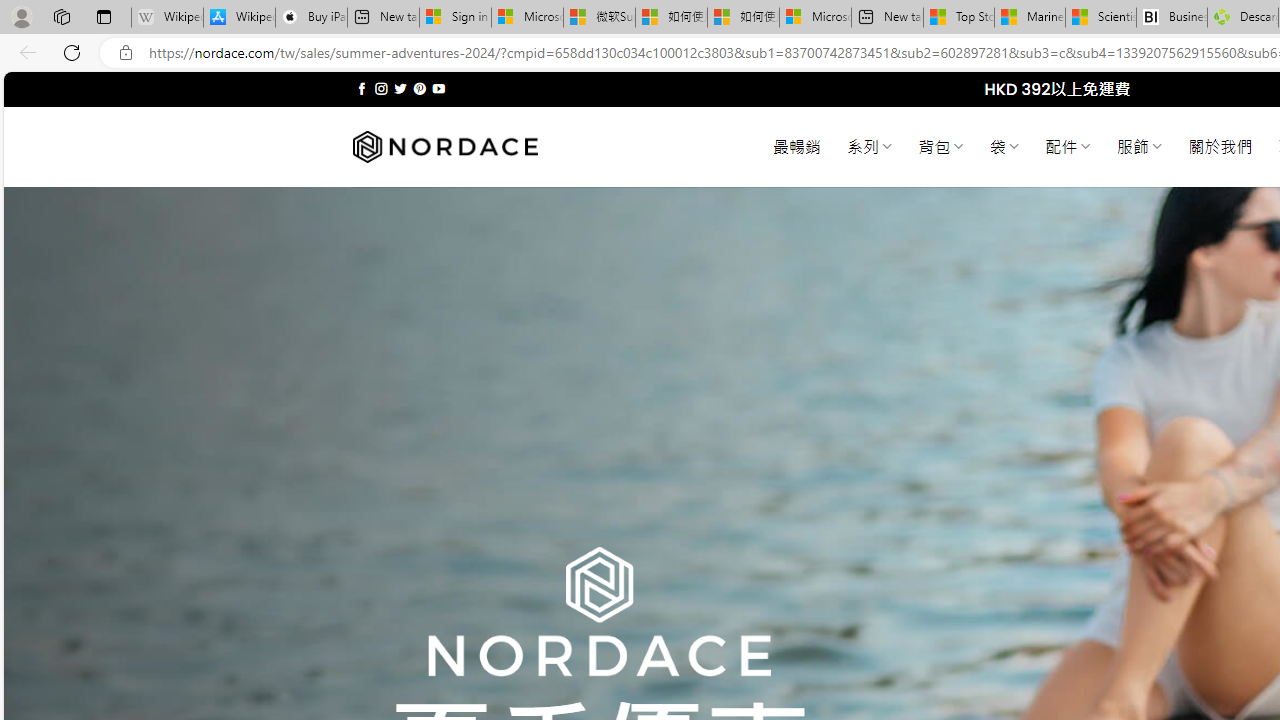 The height and width of the screenshot is (720, 1280). Describe the element at coordinates (438, 88) in the screenshot. I see `'Follow on YouTube'` at that location.